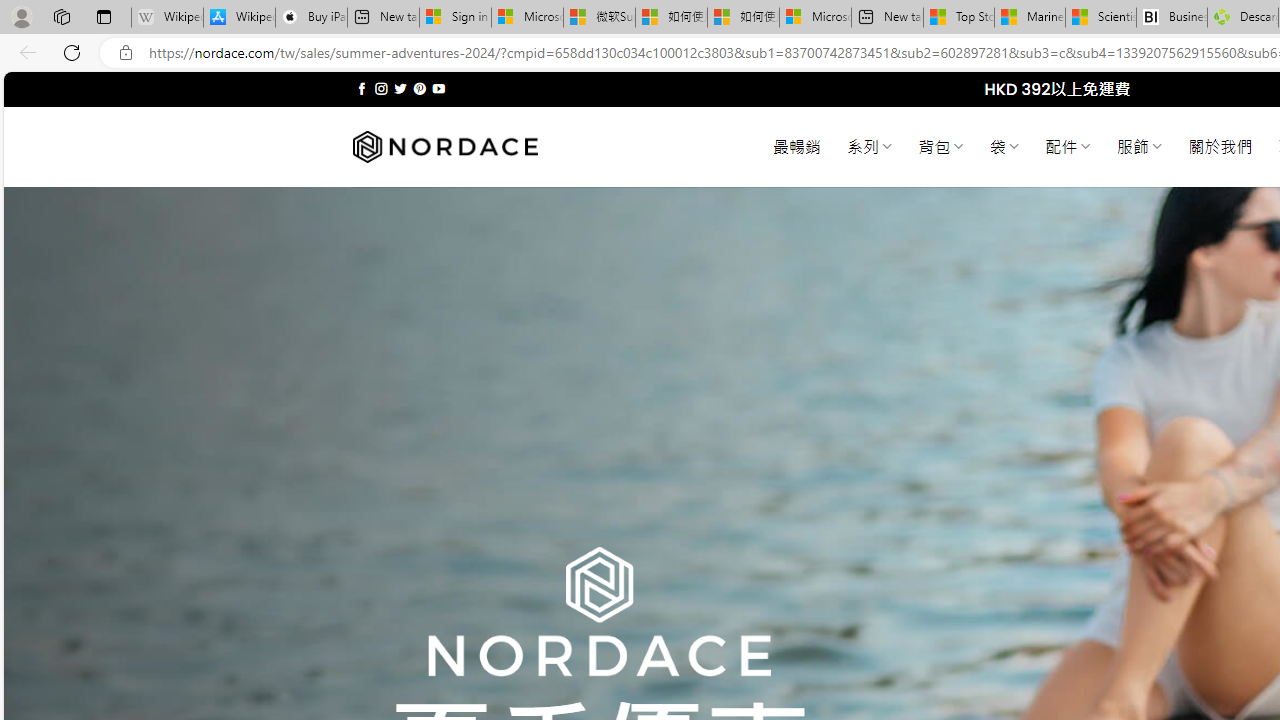 The height and width of the screenshot is (720, 1280). Describe the element at coordinates (438, 88) in the screenshot. I see `'Follow on YouTube'` at that location.